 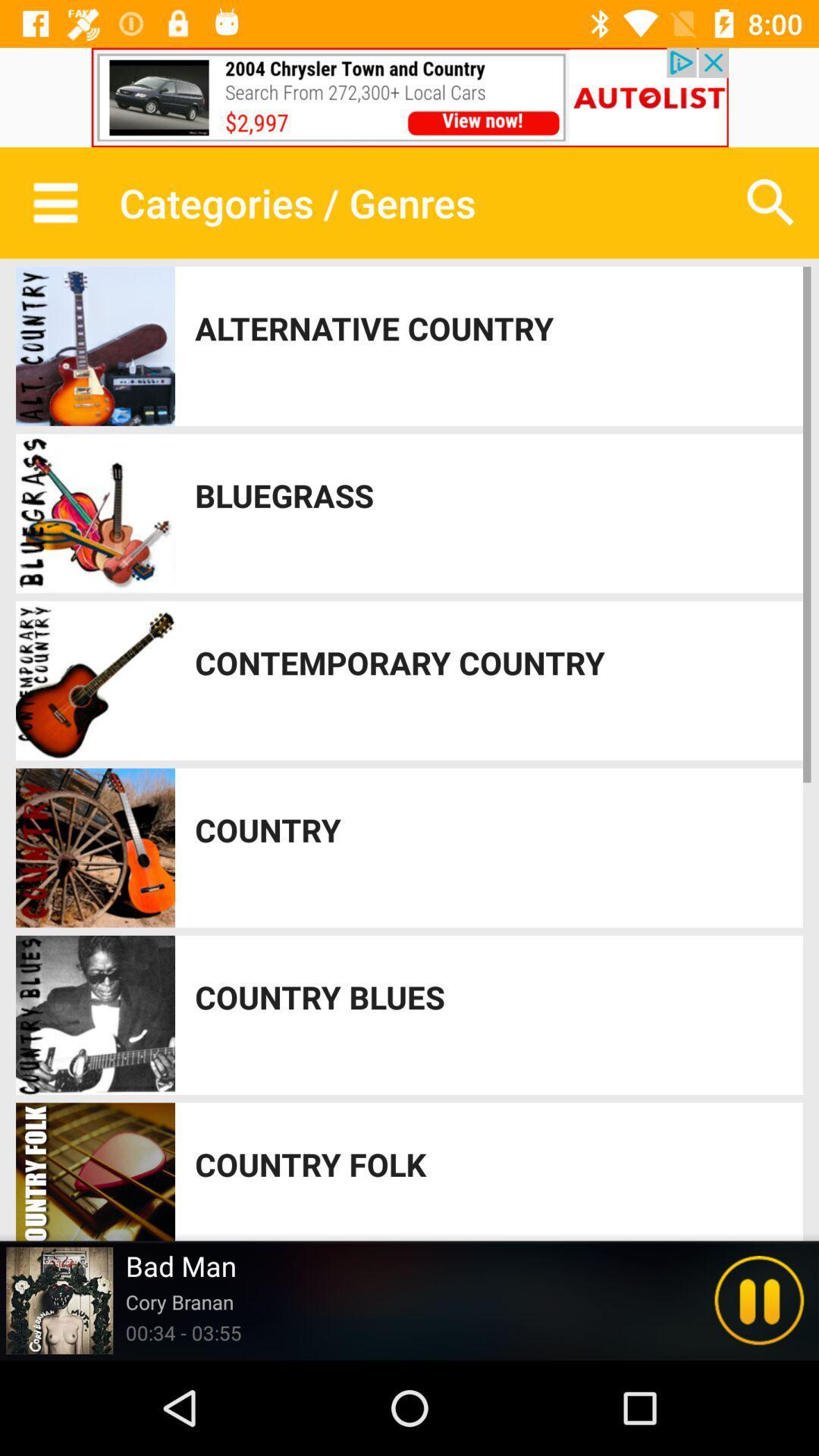 What do you see at coordinates (409, 96) in the screenshot?
I see `advertisement` at bounding box center [409, 96].